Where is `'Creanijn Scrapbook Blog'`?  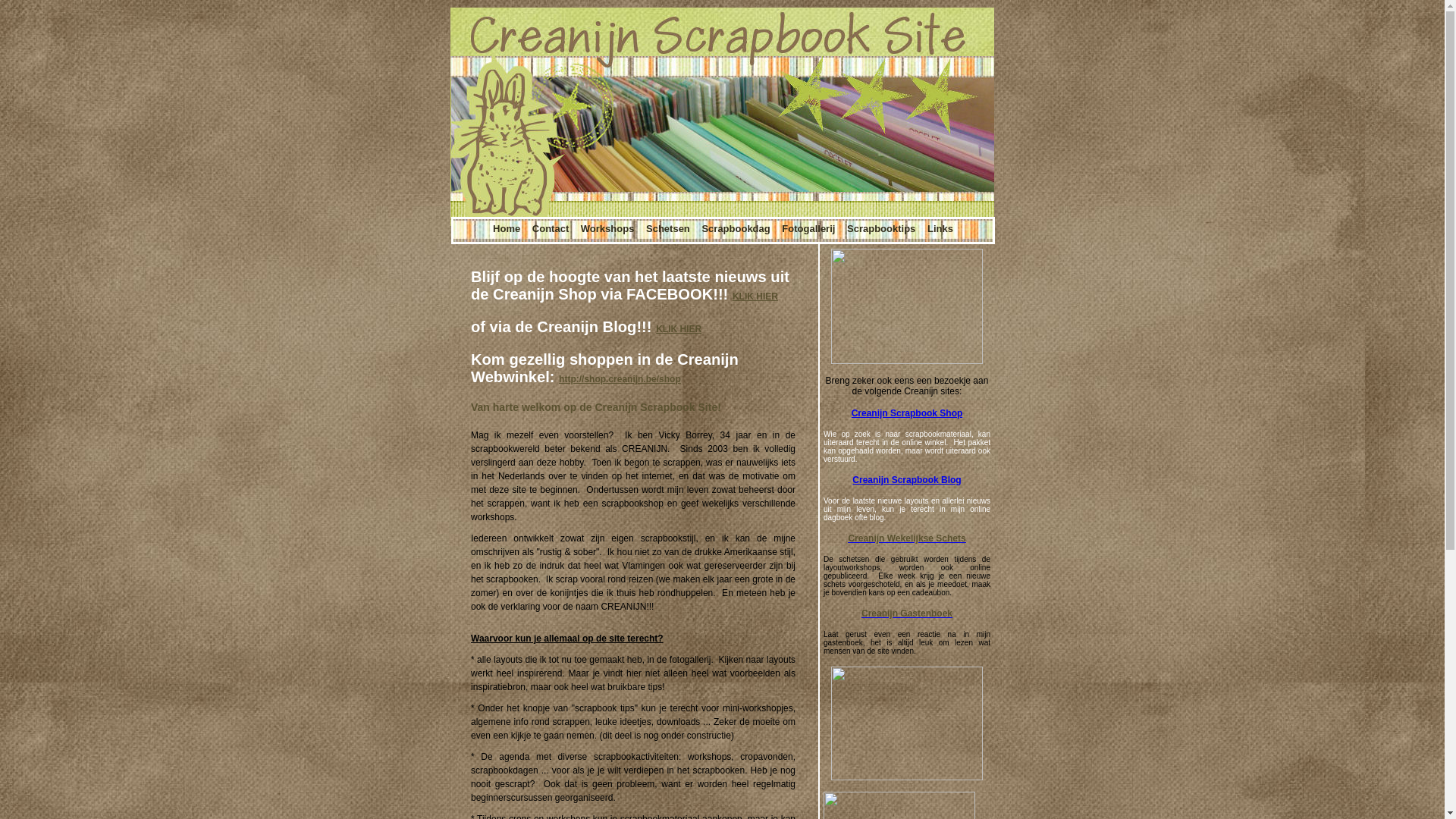 'Creanijn Scrapbook Blog' is located at coordinates (906, 479).